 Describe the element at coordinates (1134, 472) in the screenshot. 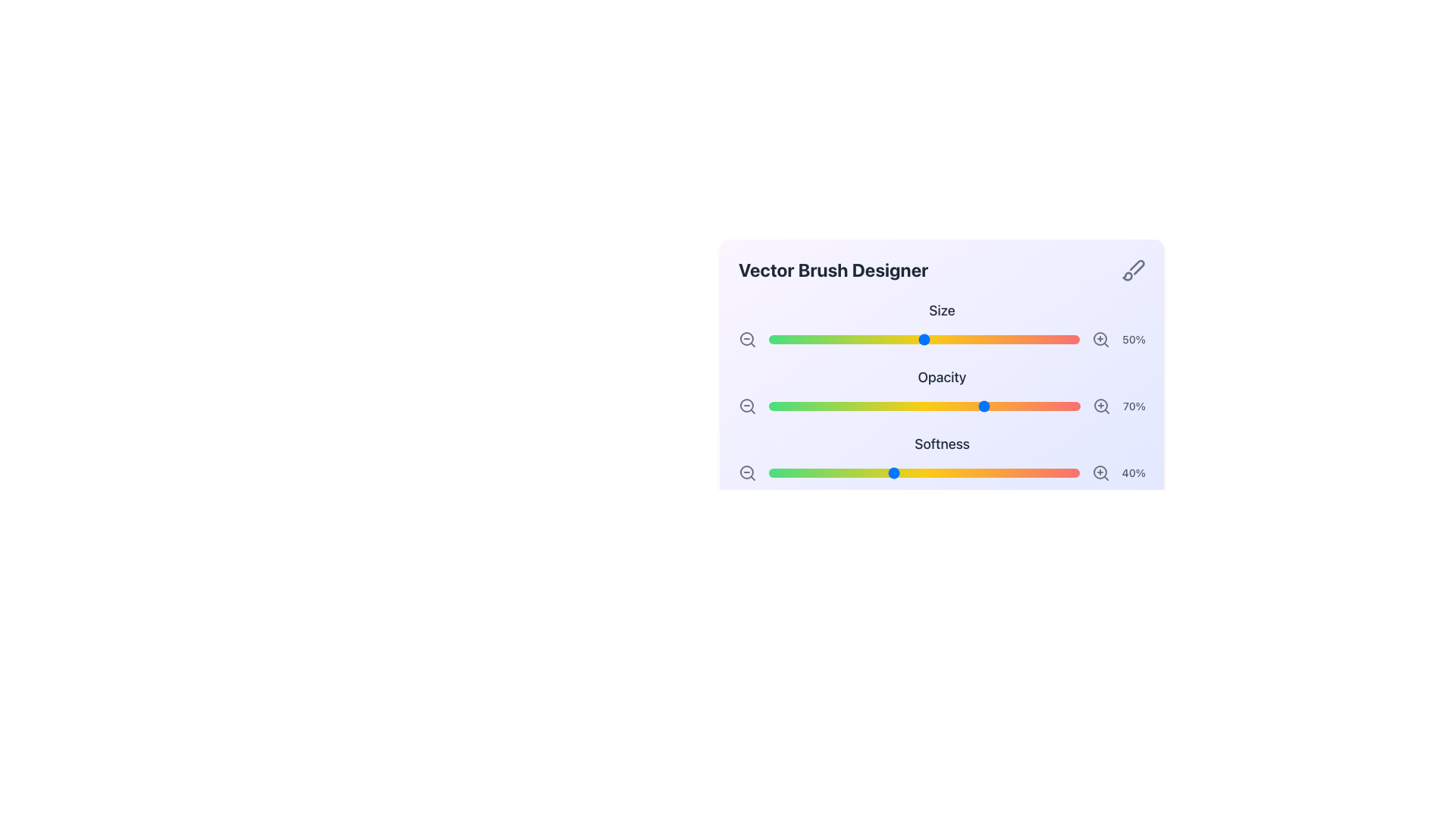

I see `value displayed in the Text Indicator which shows '40%' to the right of the horizontal progress bar for 'Softness'` at that location.